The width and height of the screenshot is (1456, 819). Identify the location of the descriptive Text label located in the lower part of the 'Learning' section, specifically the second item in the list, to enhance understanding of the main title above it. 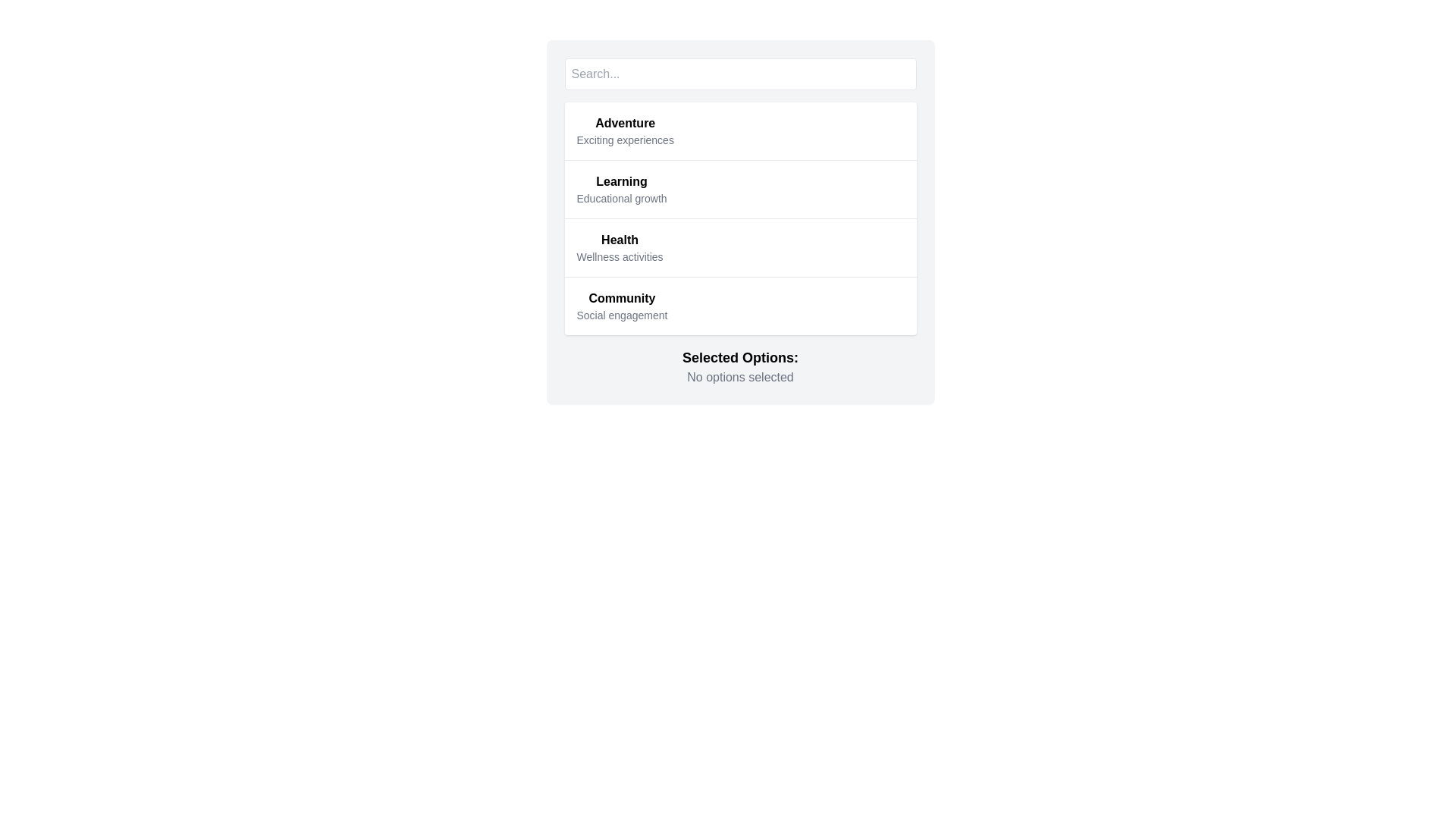
(622, 198).